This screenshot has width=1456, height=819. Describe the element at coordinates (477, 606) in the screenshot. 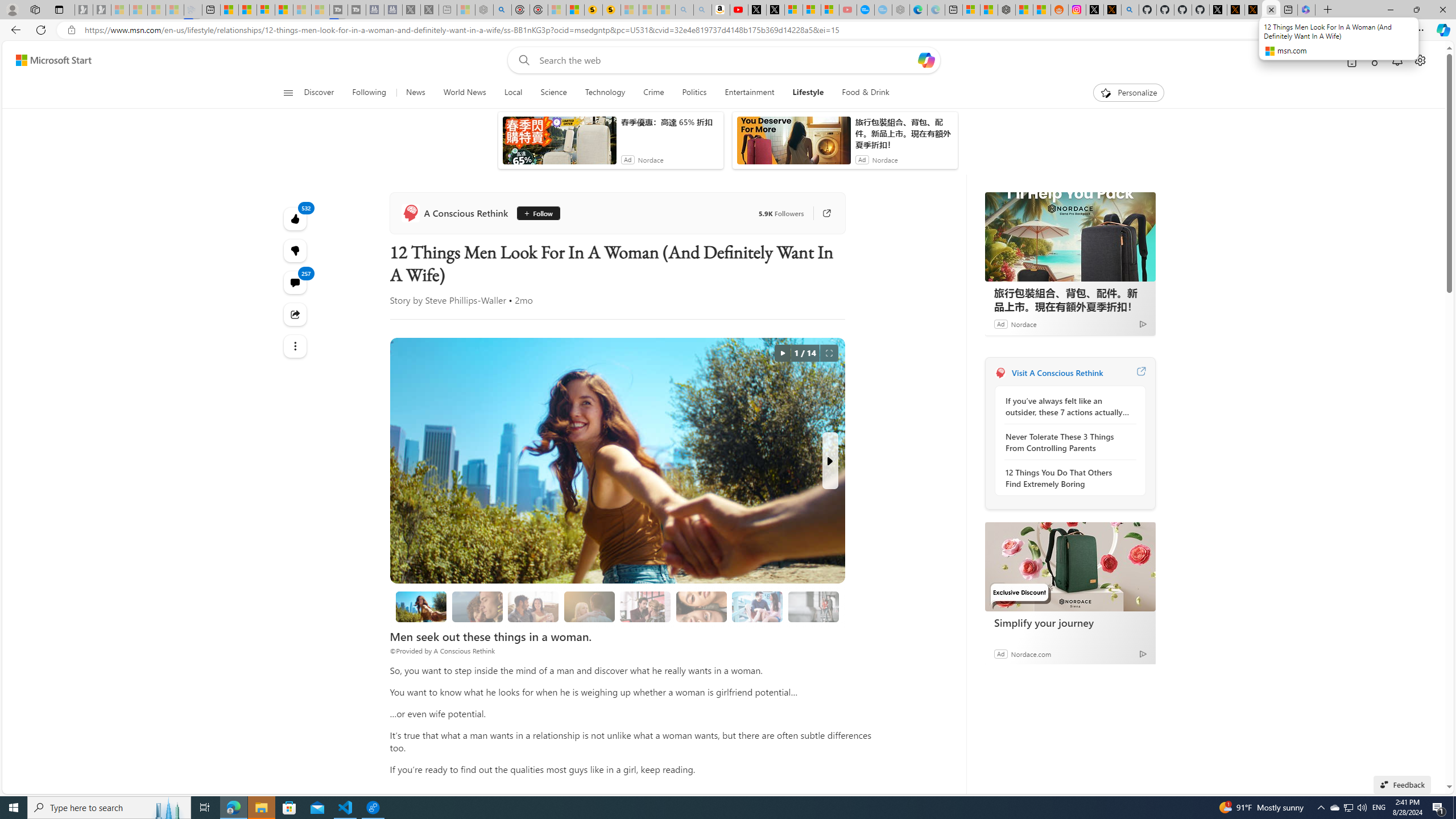

I see `'1. She is compassionate.'` at that location.